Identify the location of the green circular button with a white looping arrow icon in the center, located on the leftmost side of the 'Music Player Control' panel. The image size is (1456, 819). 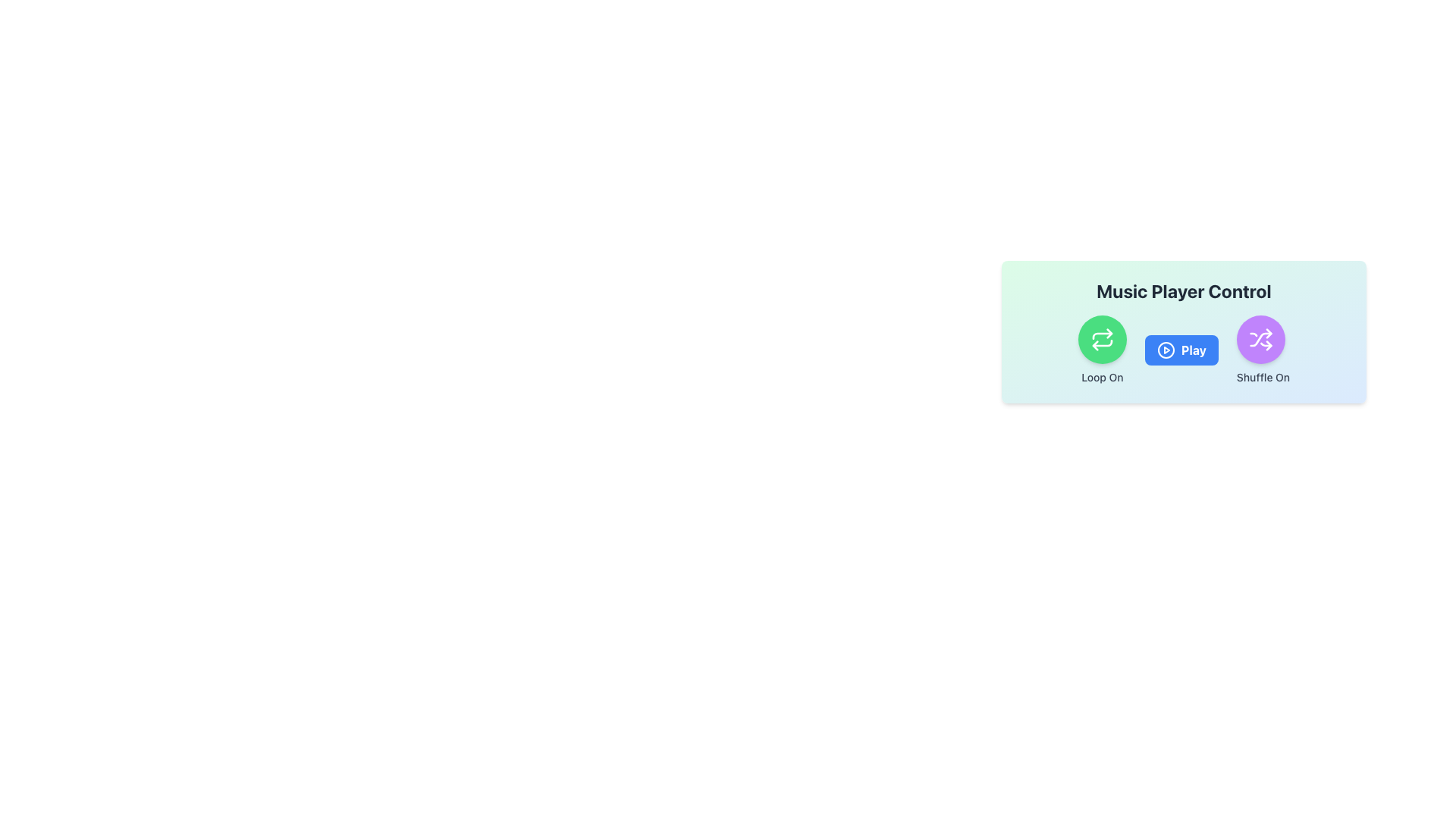
(1102, 338).